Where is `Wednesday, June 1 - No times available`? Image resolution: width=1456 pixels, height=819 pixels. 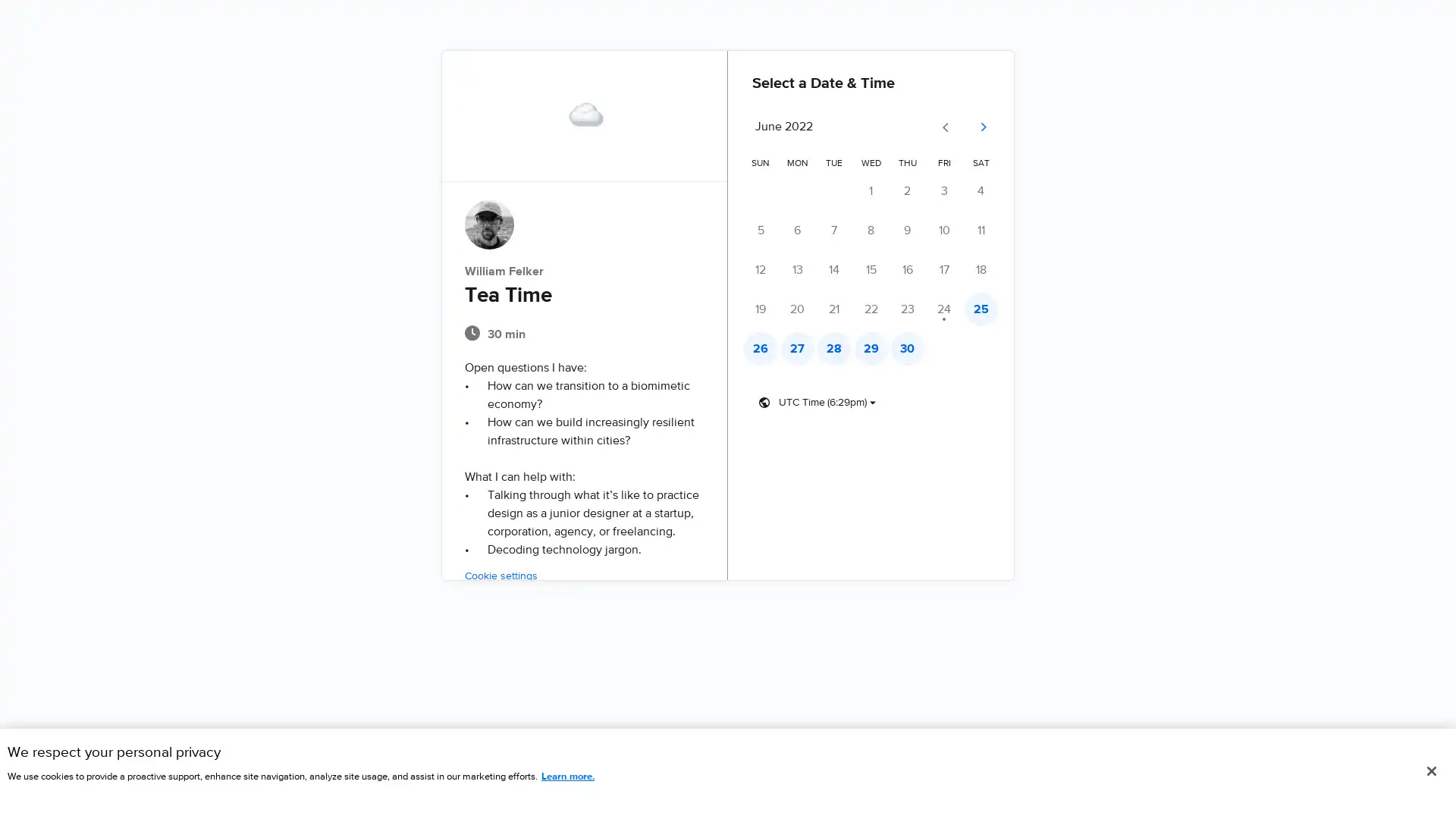
Wednesday, June 1 - No times available is located at coordinates (878, 190).